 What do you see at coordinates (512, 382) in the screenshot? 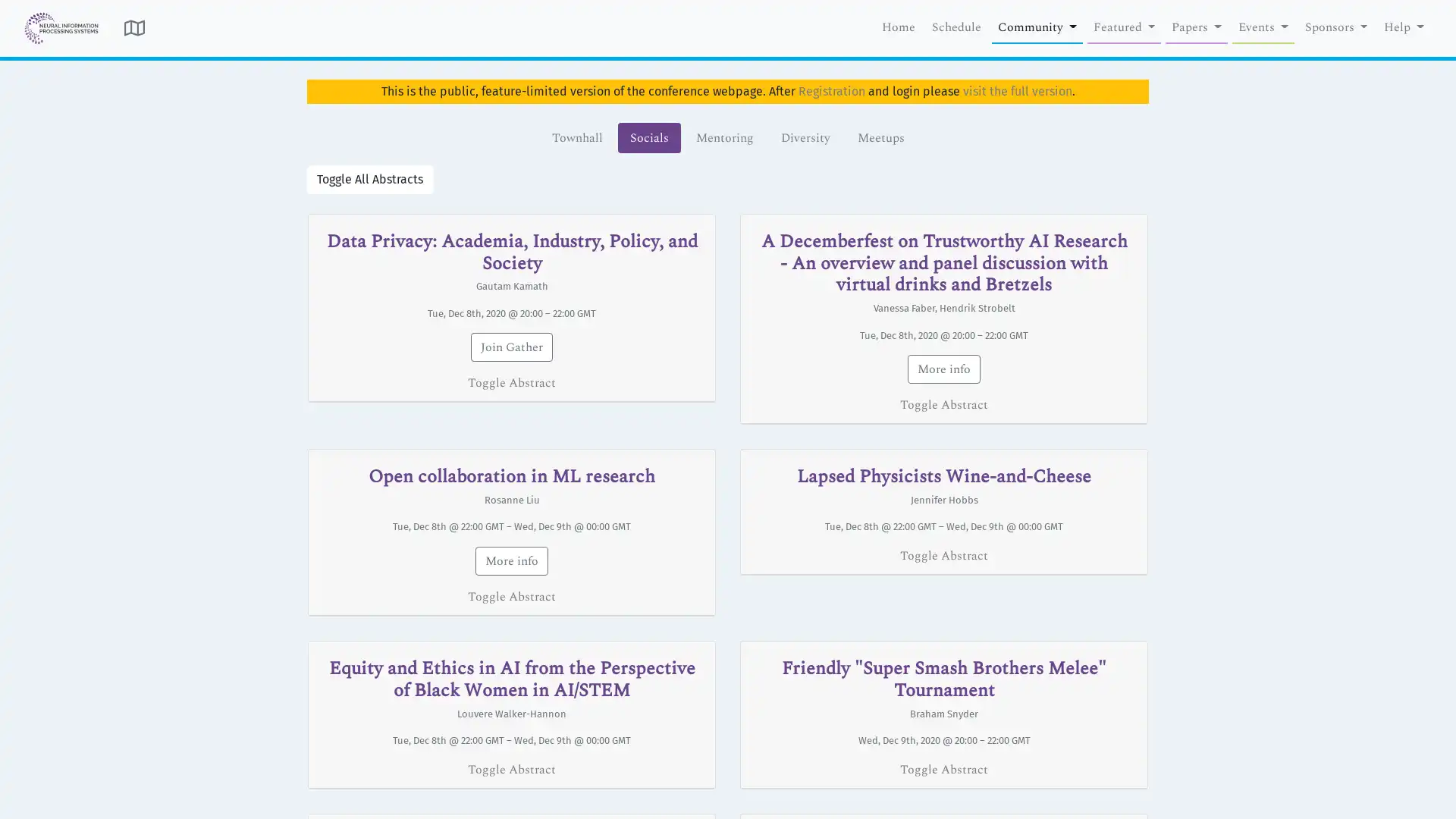
I see `Toggle Abstract` at bounding box center [512, 382].